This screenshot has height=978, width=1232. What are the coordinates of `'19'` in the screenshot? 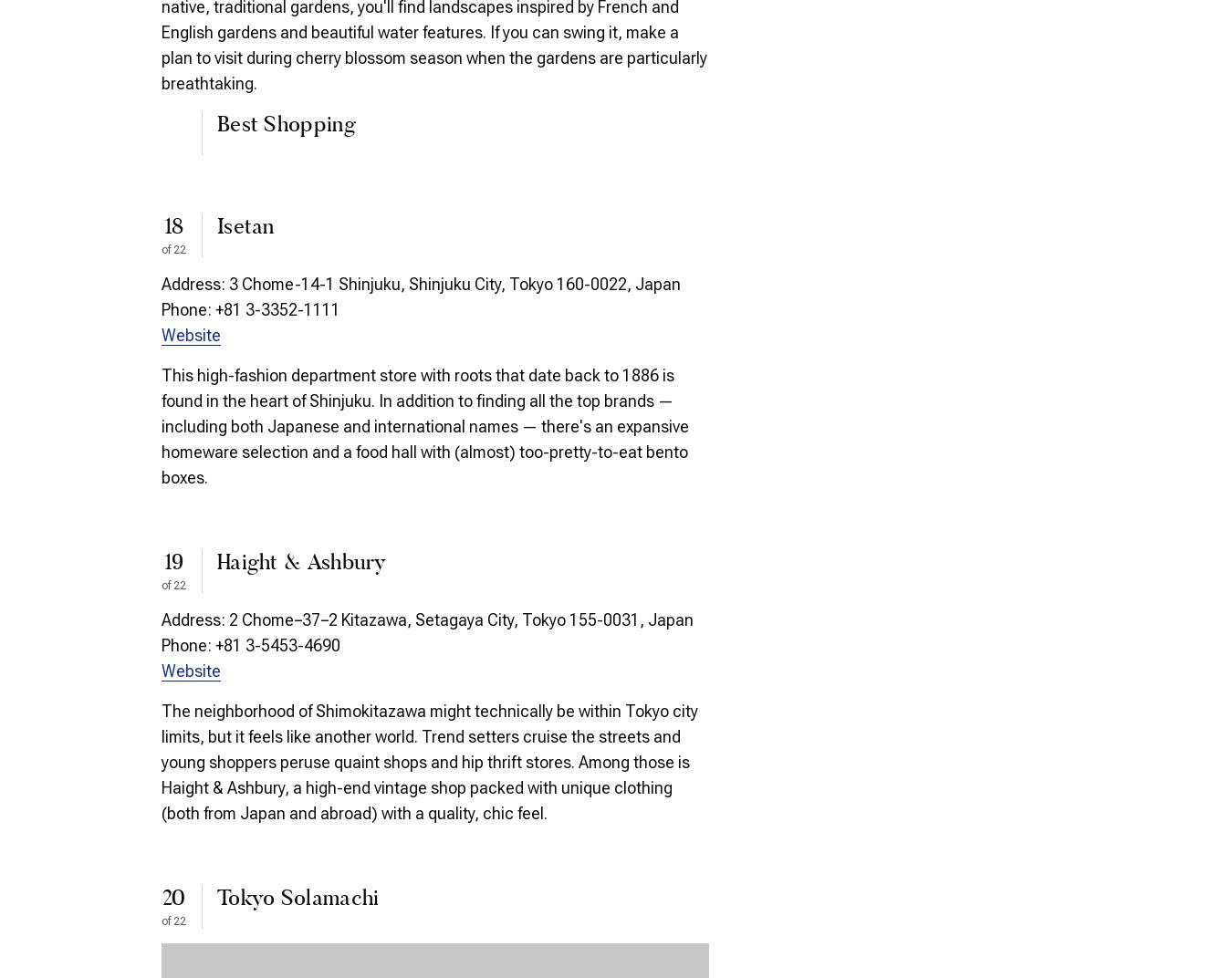 It's located at (172, 563).